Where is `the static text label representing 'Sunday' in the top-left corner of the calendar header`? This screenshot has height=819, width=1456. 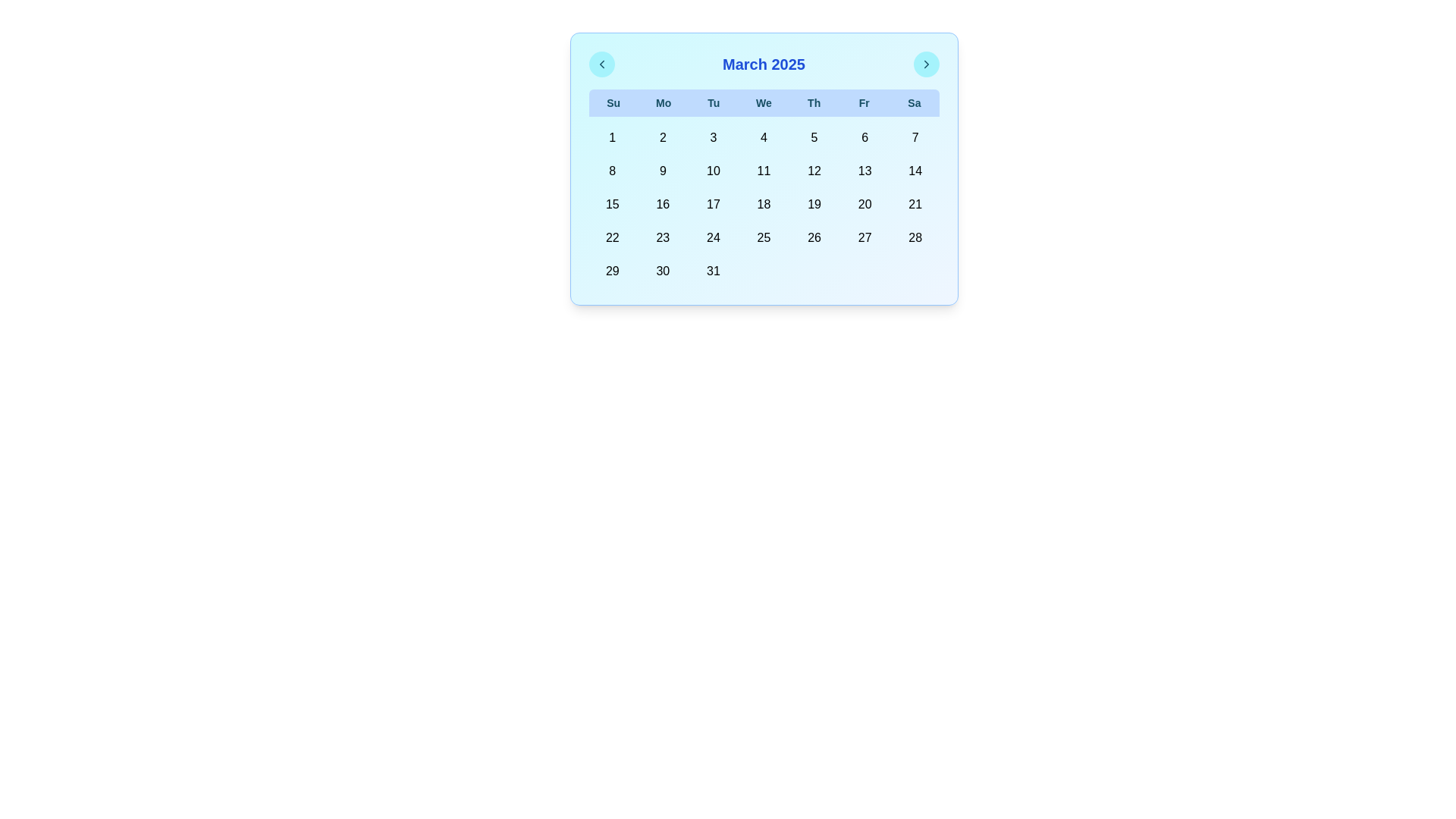
the static text label representing 'Sunday' in the top-left corner of the calendar header is located at coordinates (613, 102).